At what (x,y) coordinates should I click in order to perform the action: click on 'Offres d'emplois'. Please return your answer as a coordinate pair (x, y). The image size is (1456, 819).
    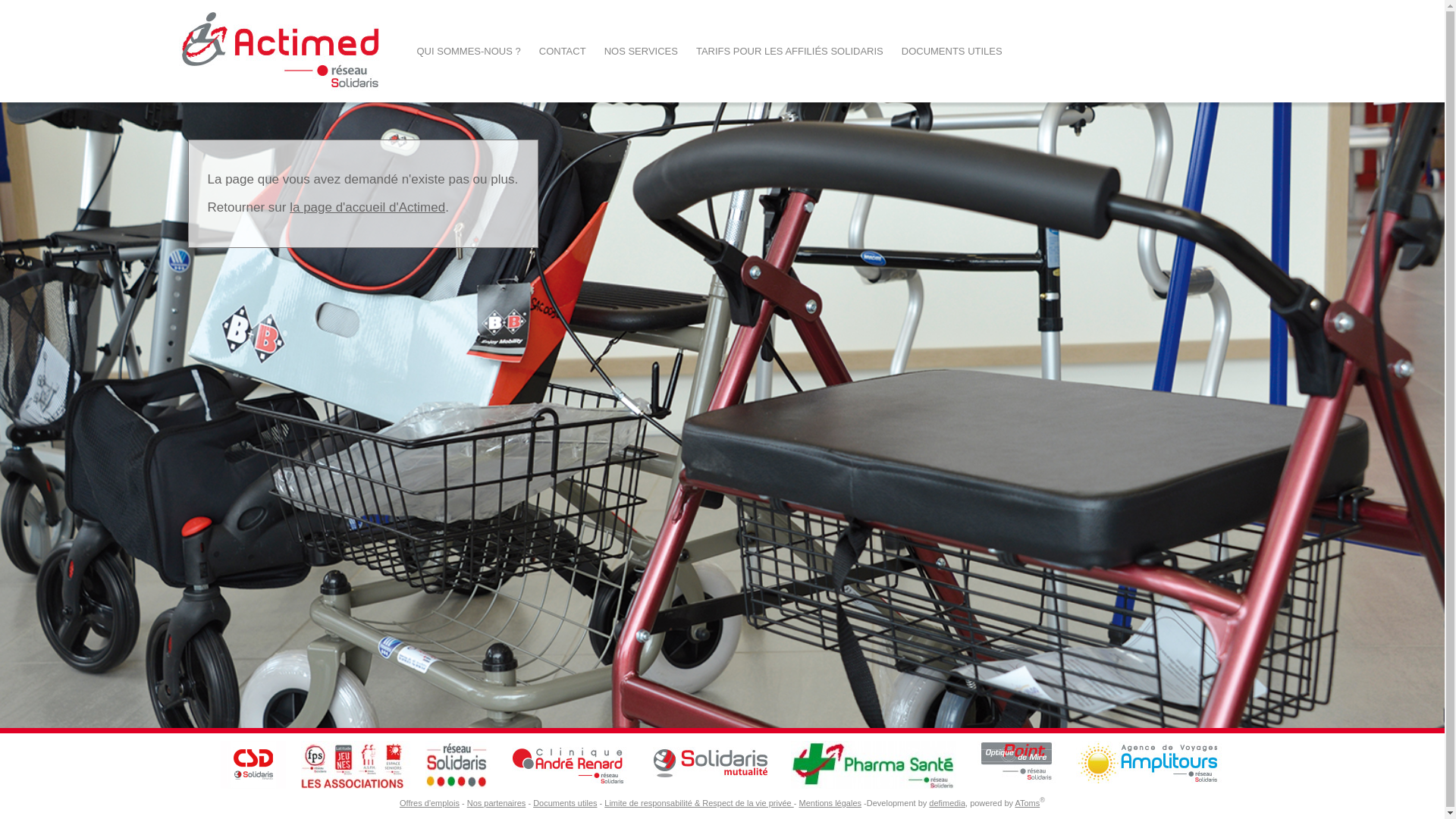
    Looking at the image, I should click on (428, 802).